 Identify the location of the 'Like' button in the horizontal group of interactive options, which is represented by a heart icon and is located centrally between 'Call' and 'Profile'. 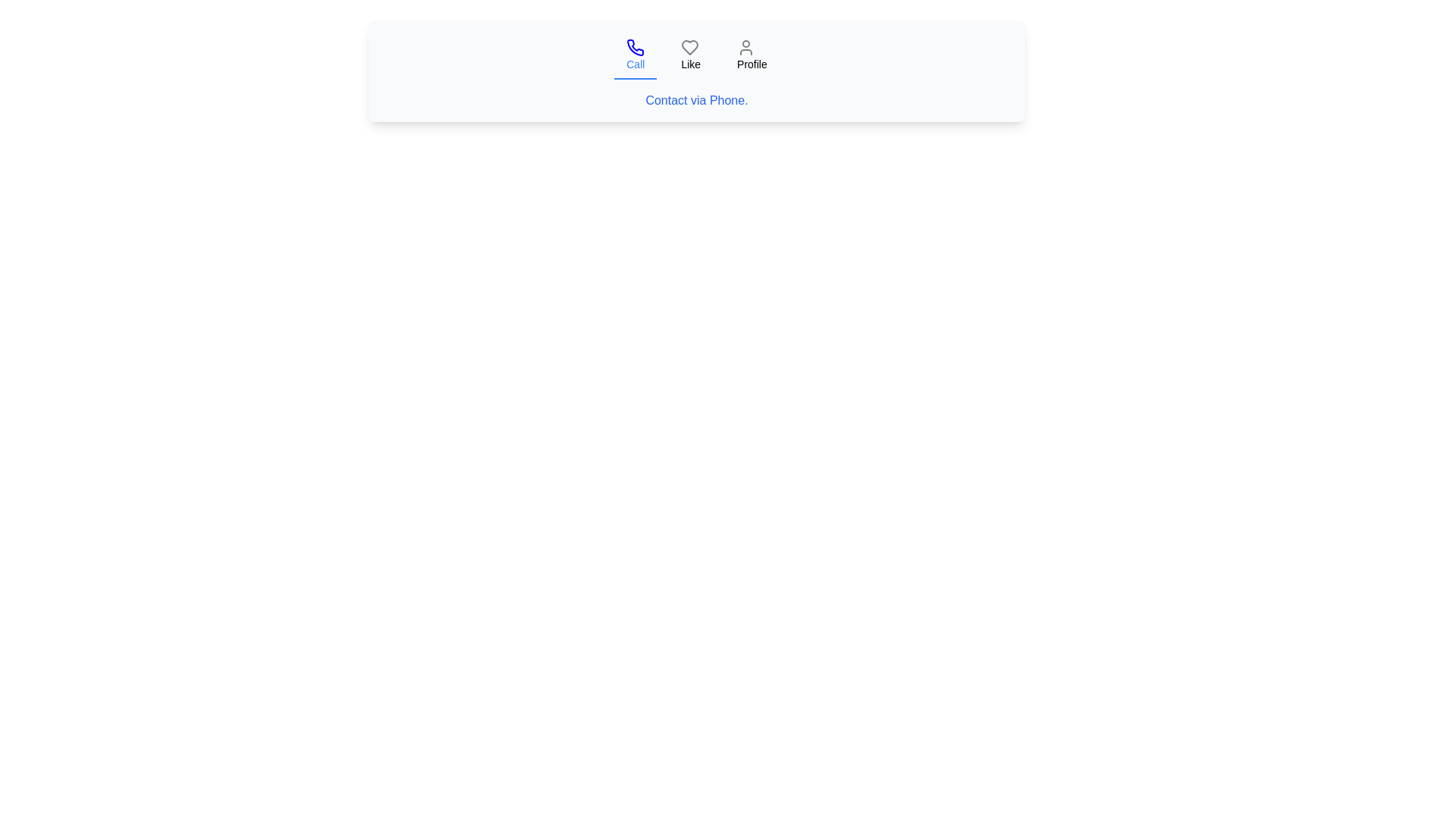
(695, 55).